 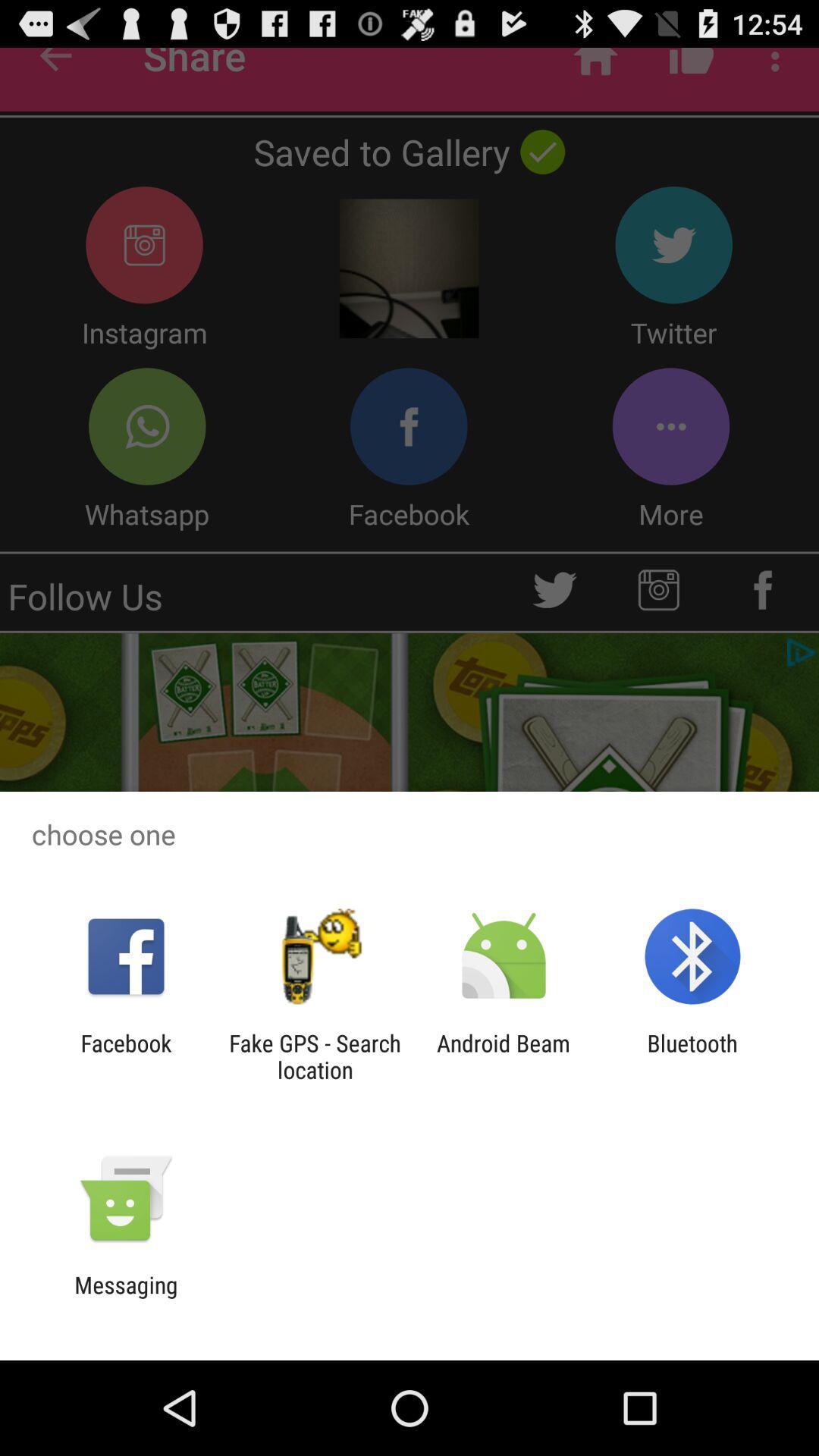 I want to click on android beam item, so click(x=504, y=1056).